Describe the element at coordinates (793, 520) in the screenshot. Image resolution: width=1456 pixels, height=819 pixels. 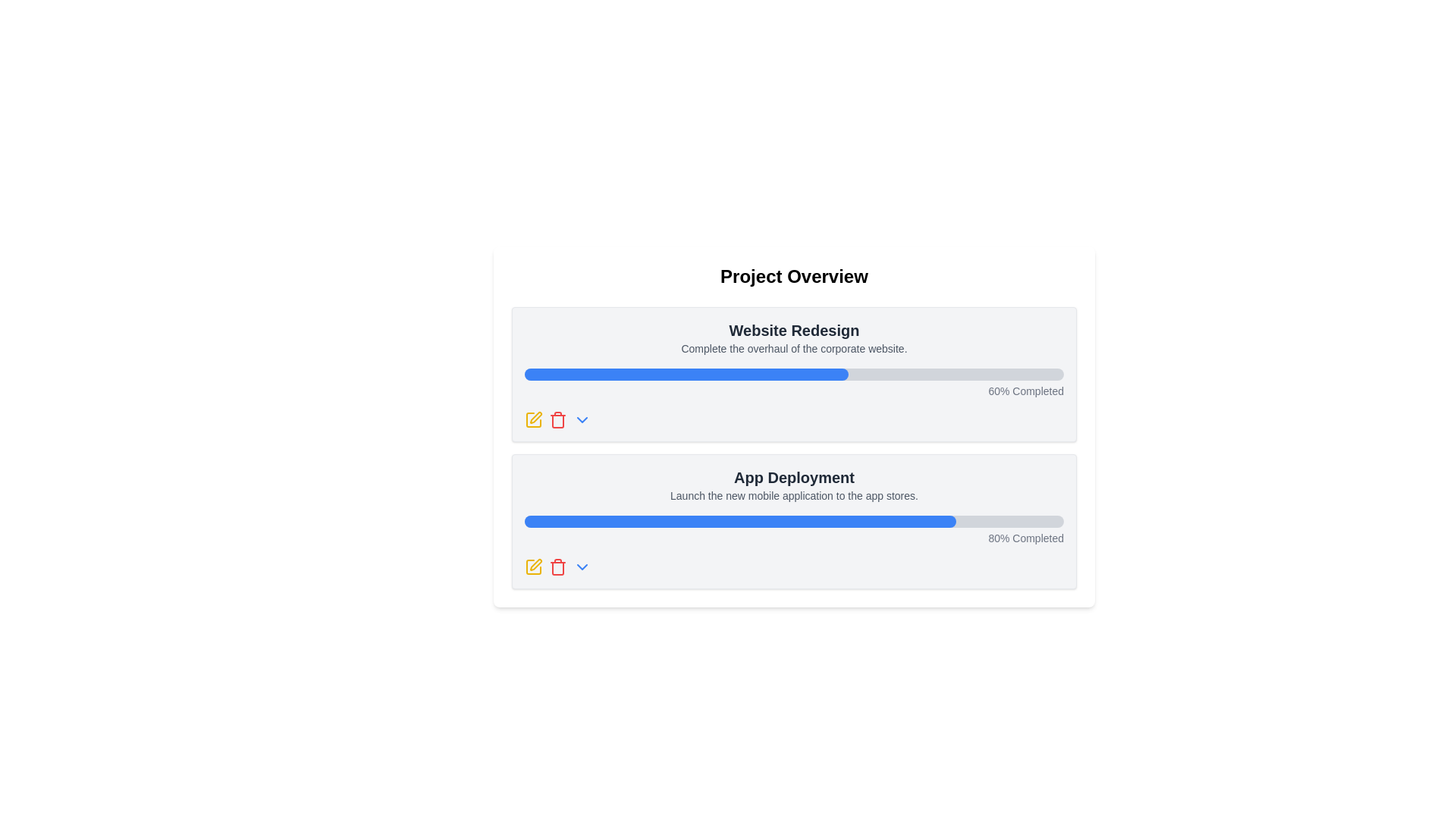
I see `the Progress Bar in the 'App Deployment' section, which visually represents 80% completion of a task` at that location.